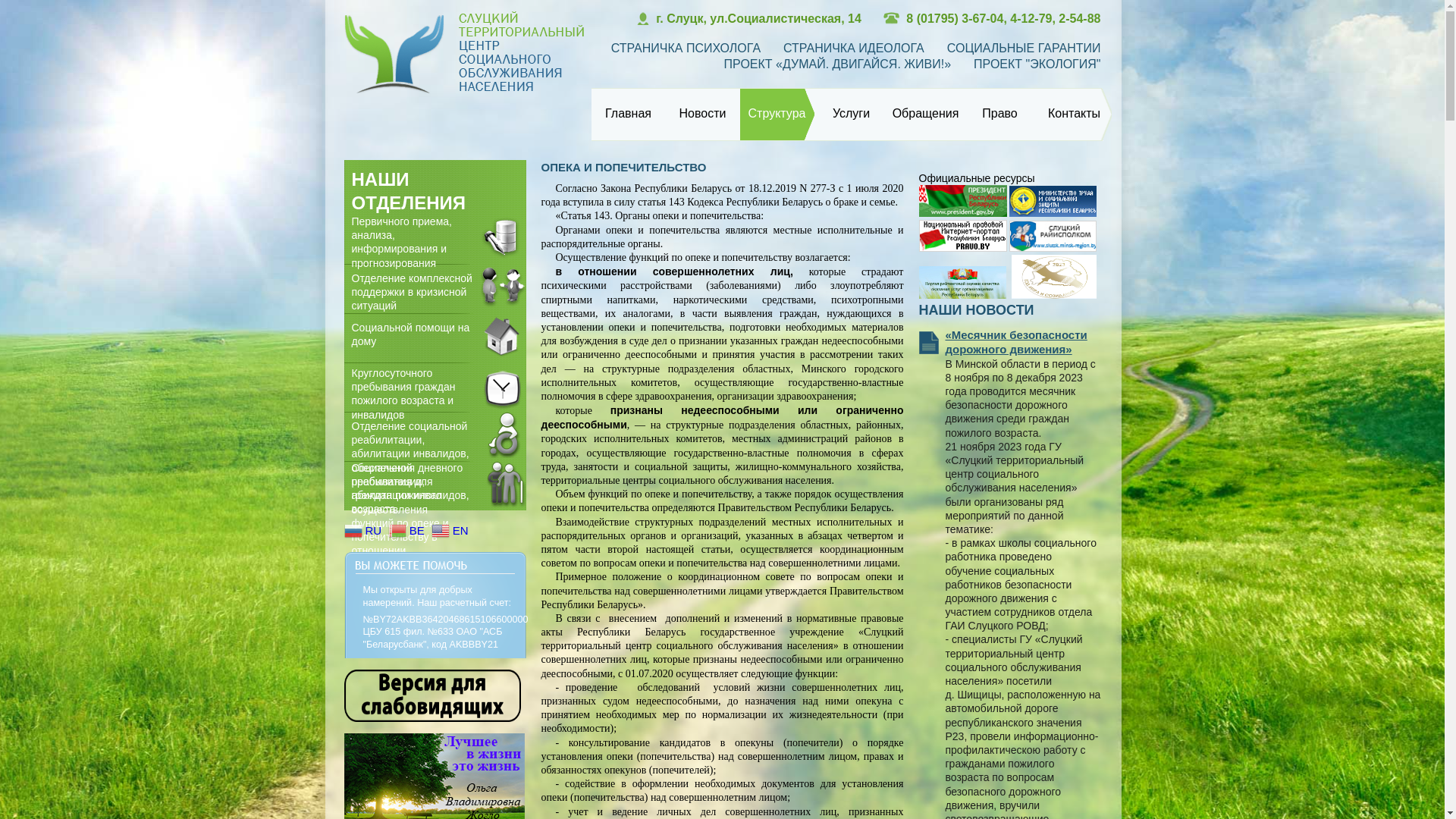  Describe the element at coordinates (450, 529) in the screenshot. I see `'EN'` at that location.